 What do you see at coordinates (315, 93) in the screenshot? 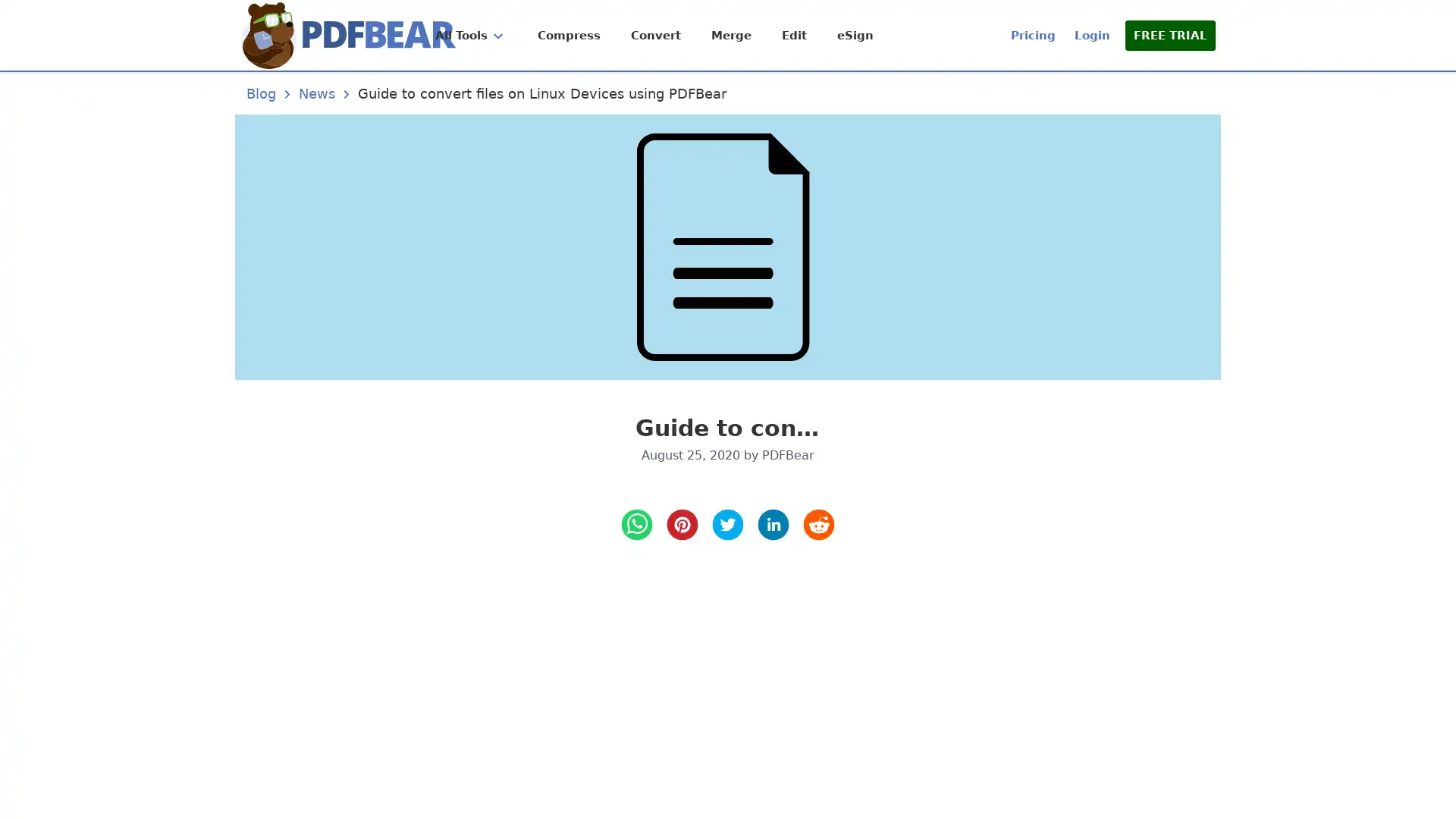
I see `News` at bounding box center [315, 93].